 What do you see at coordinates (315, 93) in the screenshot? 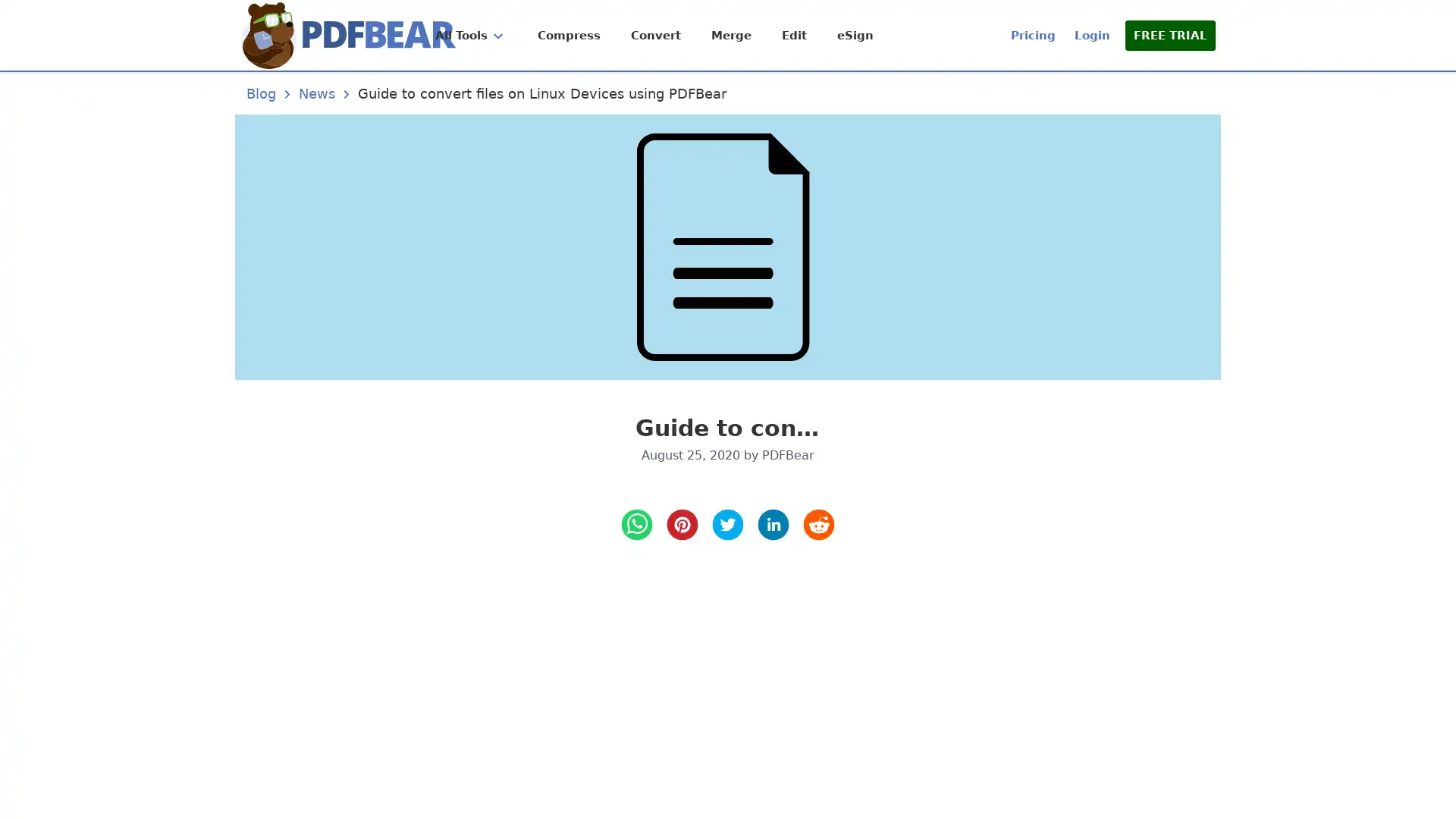
I see `News` at bounding box center [315, 93].